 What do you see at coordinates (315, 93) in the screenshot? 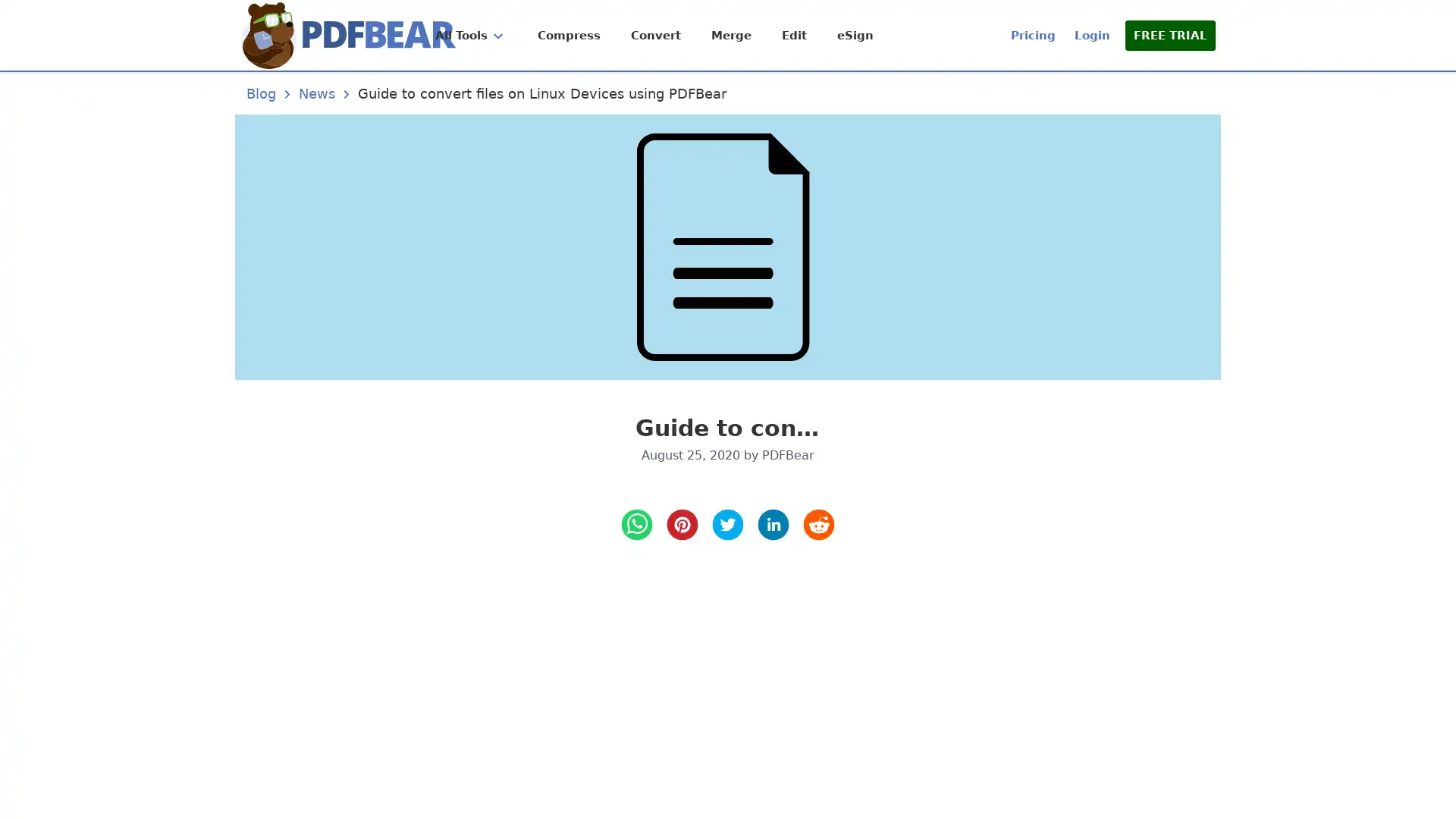
I see `News` at bounding box center [315, 93].